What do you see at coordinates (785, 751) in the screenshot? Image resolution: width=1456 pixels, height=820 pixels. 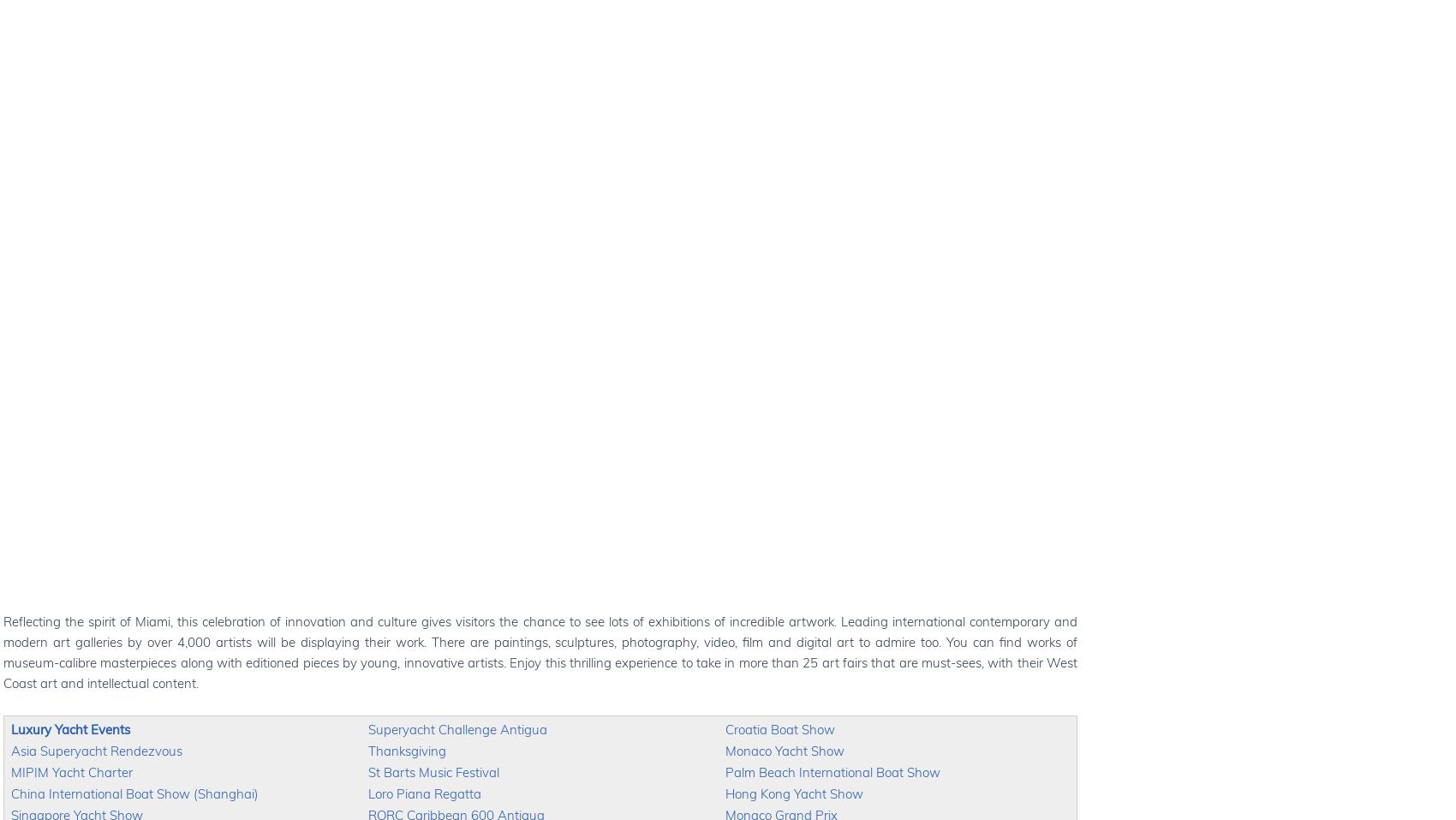 I see `'Monaco Yacht Show'` at bounding box center [785, 751].